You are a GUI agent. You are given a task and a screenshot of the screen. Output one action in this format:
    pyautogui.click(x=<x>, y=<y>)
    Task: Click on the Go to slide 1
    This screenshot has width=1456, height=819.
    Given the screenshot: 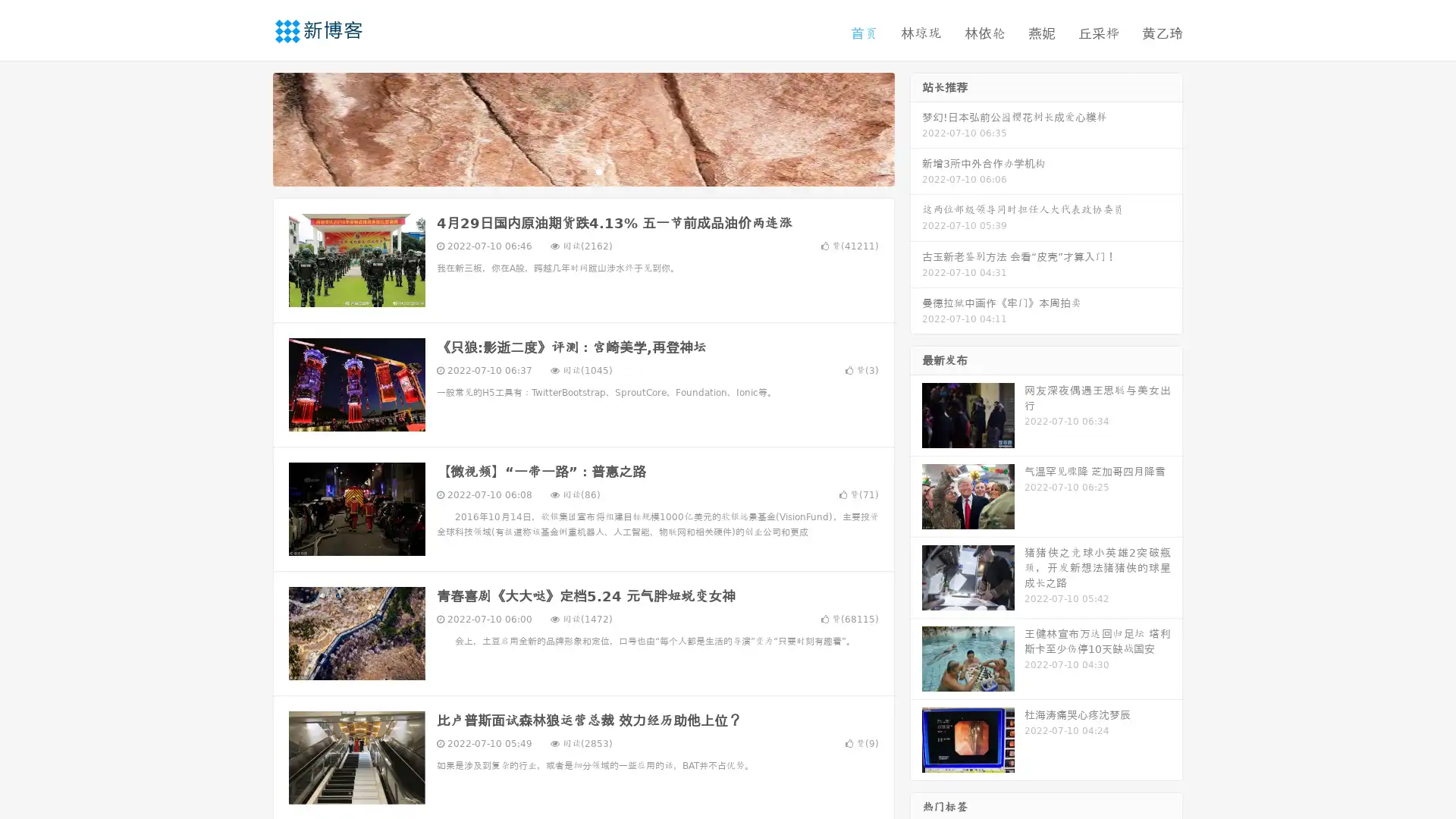 What is the action you would take?
    pyautogui.click(x=567, y=171)
    